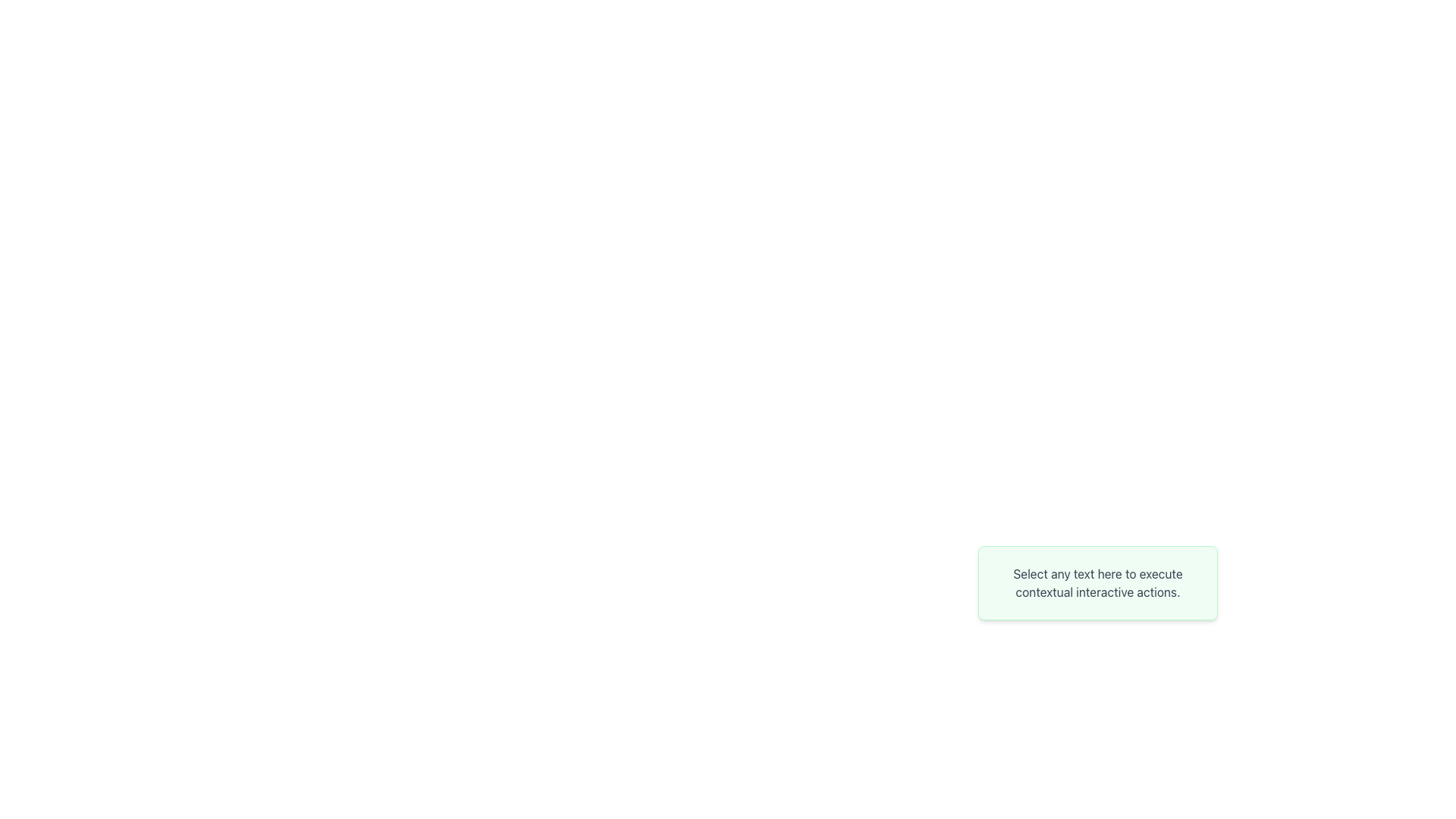 Image resolution: width=1456 pixels, height=819 pixels. What do you see at coordinates (1098, 582) in the screenshot?
I see `information displayed in the text display box with a light green background and grey border, which contains the text 'Select any text here to execute contextual interactive actions.'` at bounding box center [1098, 582].